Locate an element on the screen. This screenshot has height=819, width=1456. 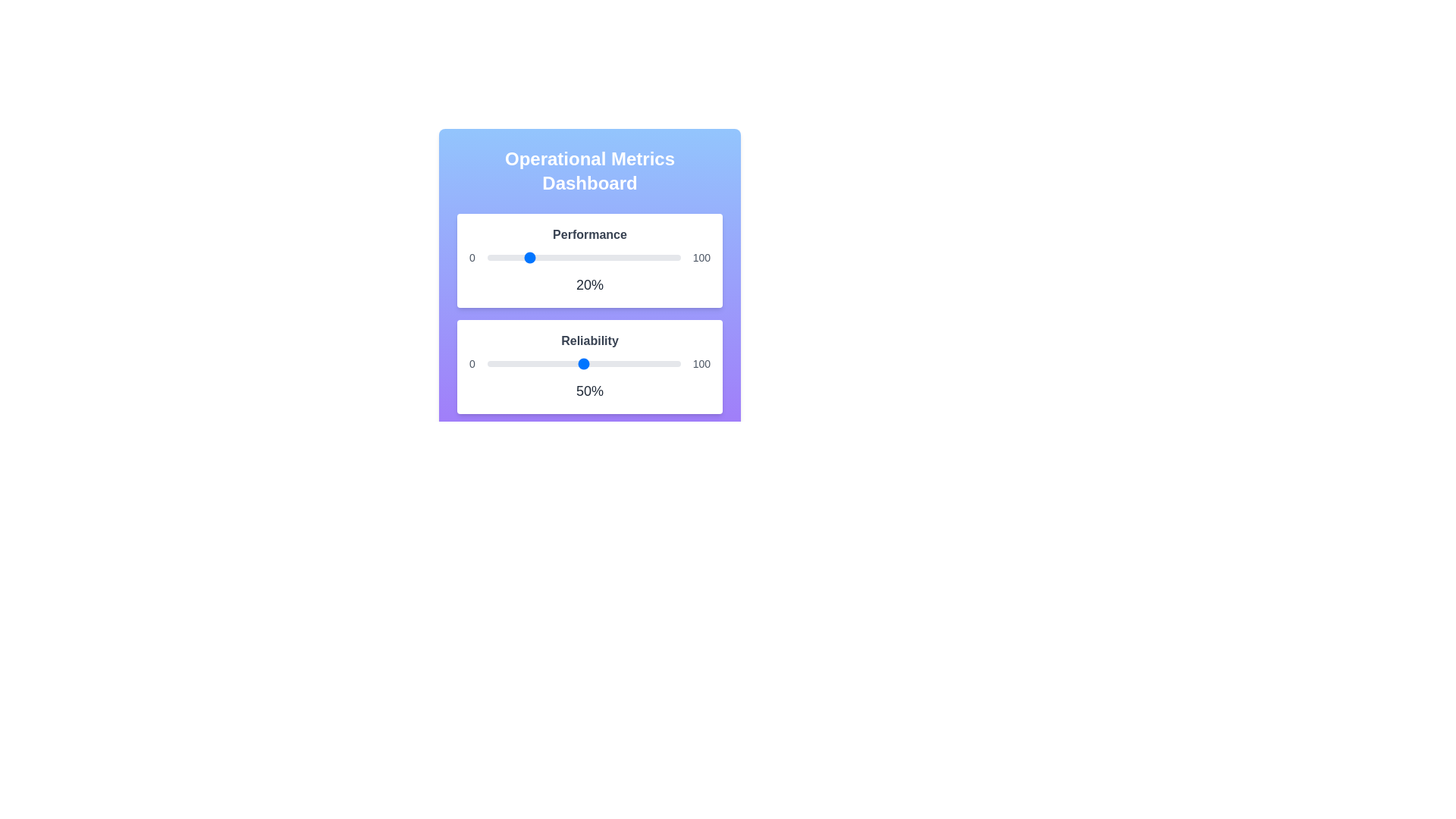
the reliability slider is located at coordinates (558, 363).